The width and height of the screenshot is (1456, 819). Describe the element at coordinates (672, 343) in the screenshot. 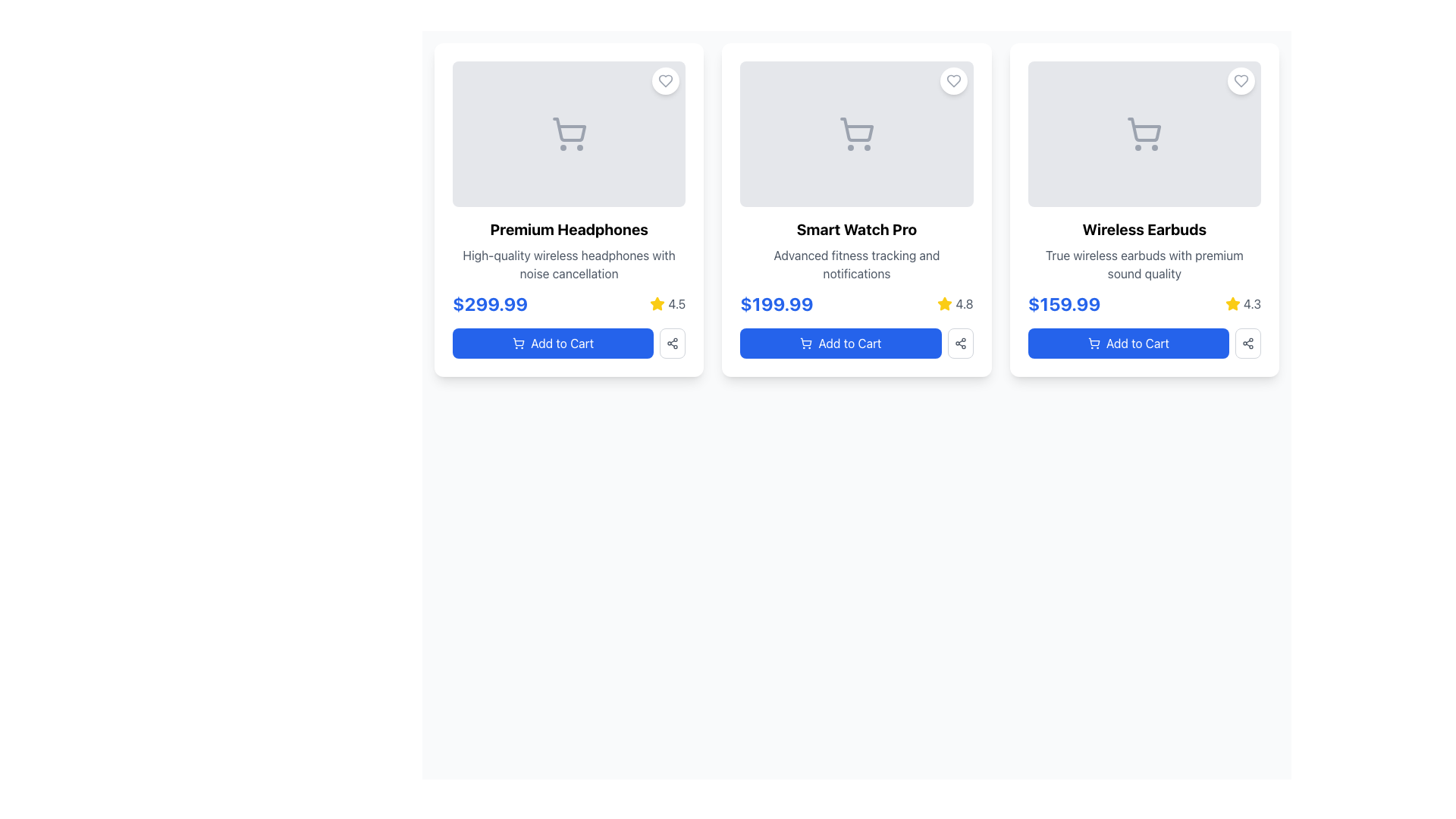

I see `the share button with a stylized graphical representation of three interconnected nodes, located immediately to the right of the 'Add to Cart' button in the product card for 'Premium Headphones'` at that location.